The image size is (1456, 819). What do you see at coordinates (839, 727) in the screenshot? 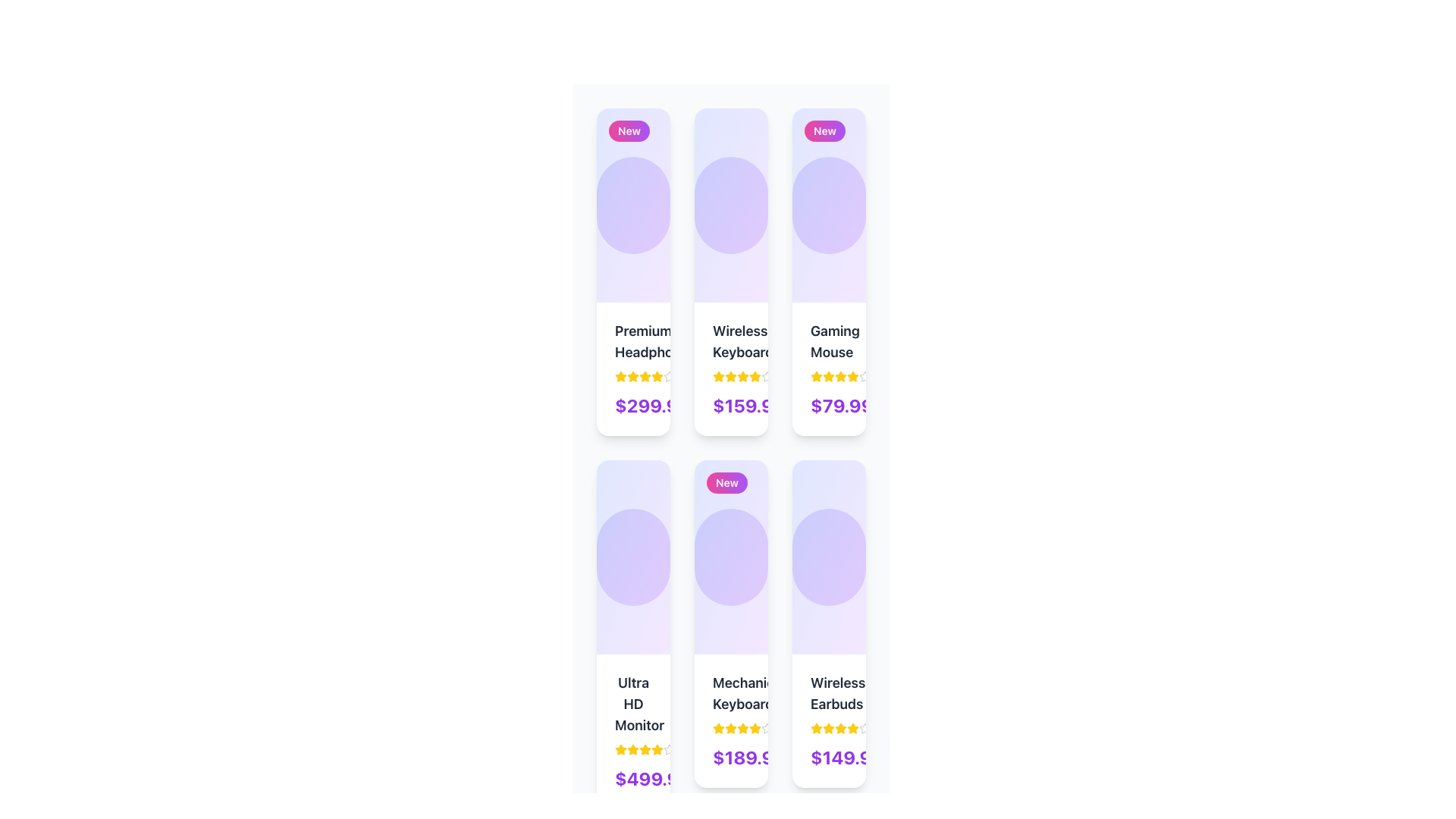
I see `the third star icon in the rating system representing 'Wireless Earbuds'` at bounding box center [839, 727].